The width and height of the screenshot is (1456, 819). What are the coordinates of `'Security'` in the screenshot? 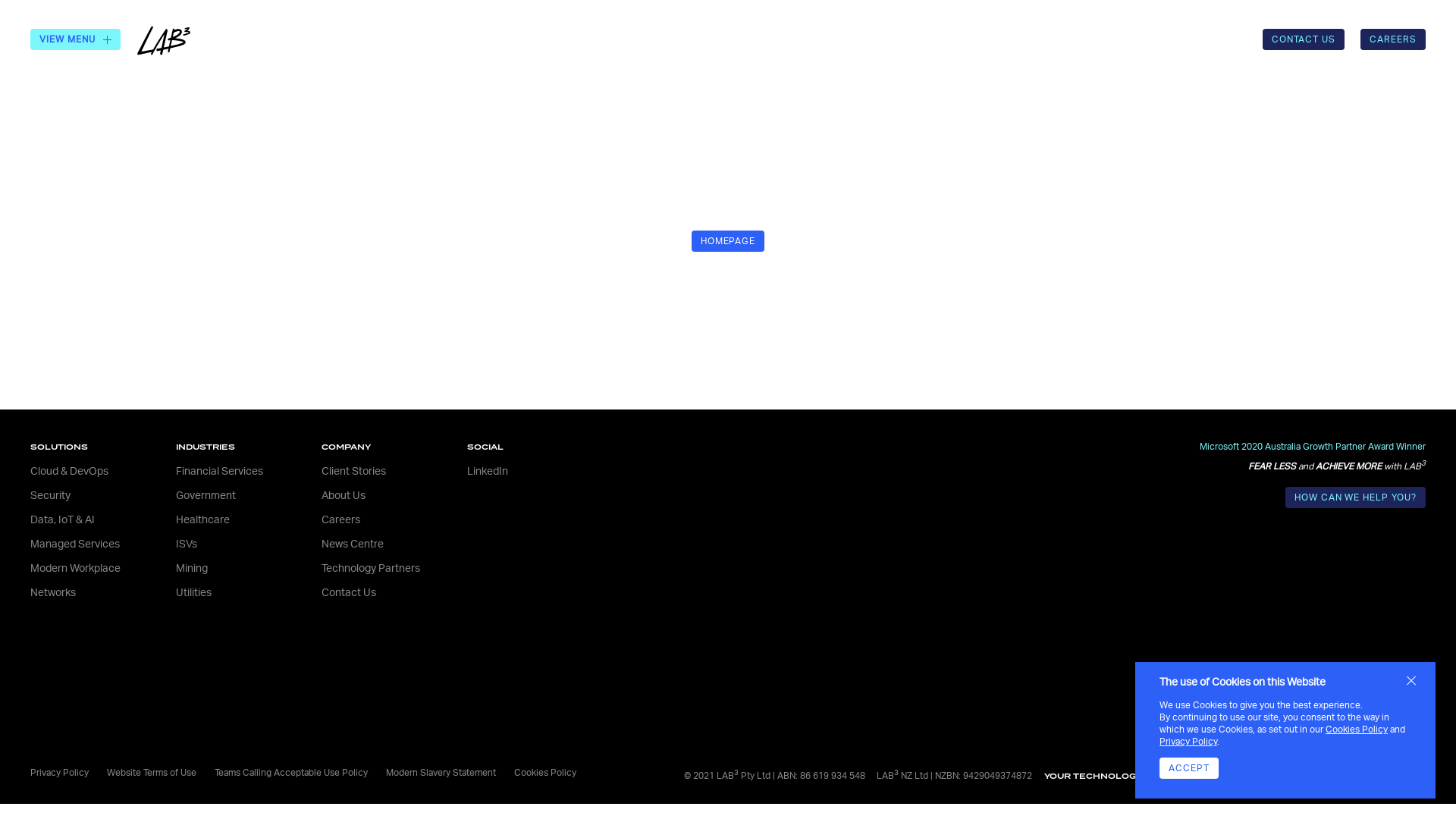 It's located at (50, 496).